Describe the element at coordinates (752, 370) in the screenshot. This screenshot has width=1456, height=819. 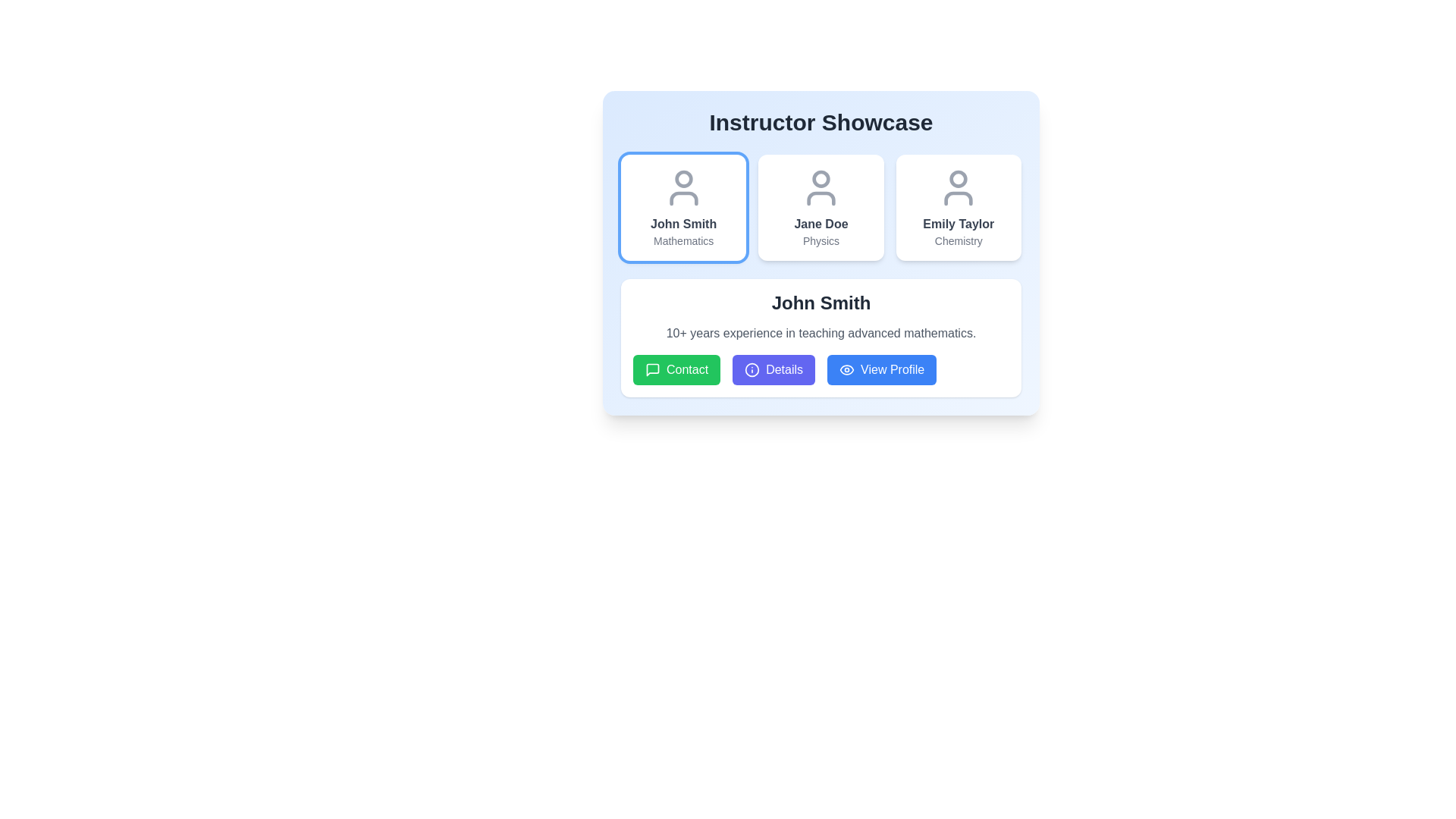
I see `the circular icon with a dark outline and an 'i' symbol located in the left section of the Details button at the bottom center of the interface` at that location.